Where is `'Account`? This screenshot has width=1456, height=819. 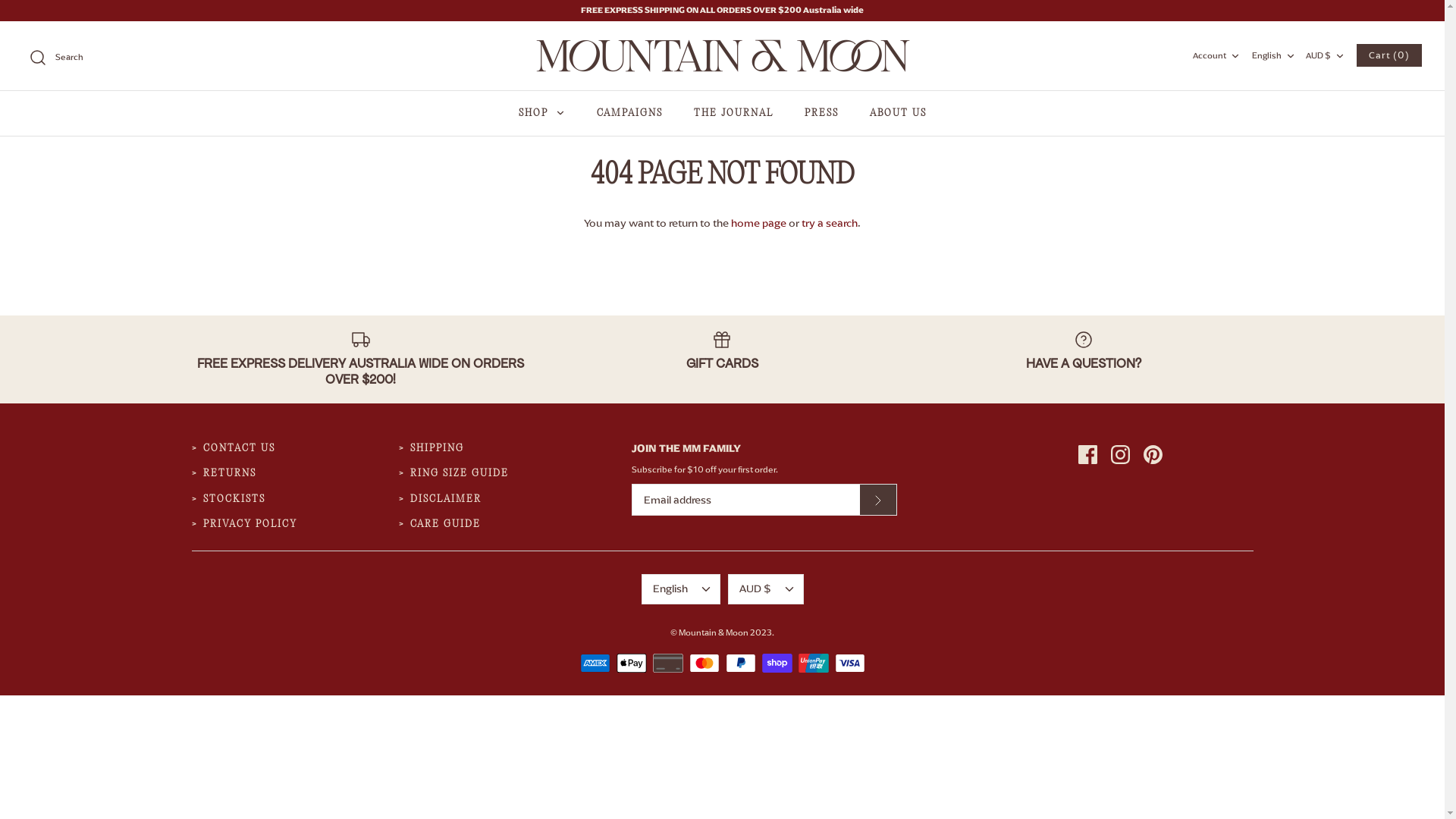 'Account is located at coordinates (1218, 55).